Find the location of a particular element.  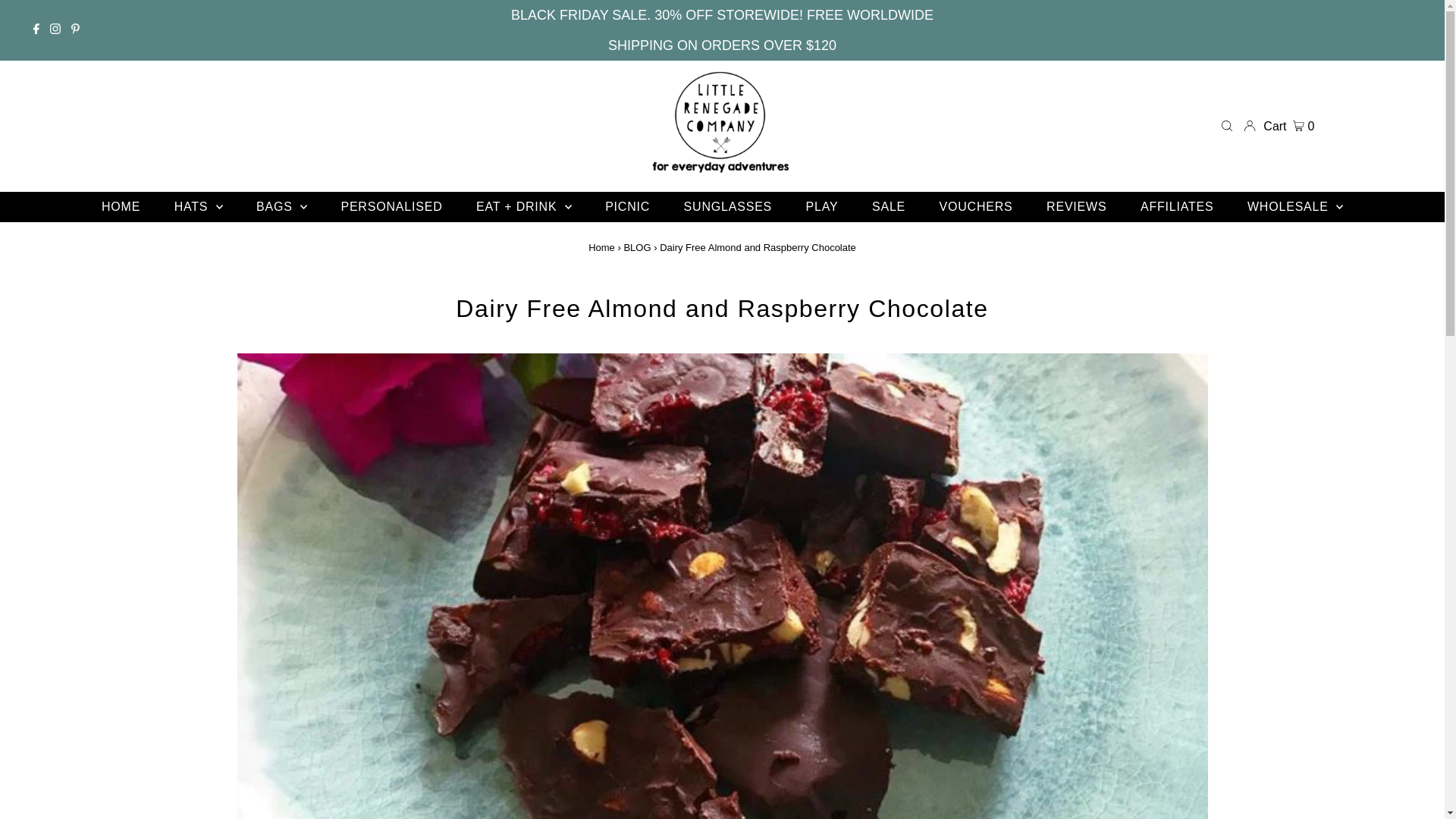

'HOME' is located at coordinates (86, 207).